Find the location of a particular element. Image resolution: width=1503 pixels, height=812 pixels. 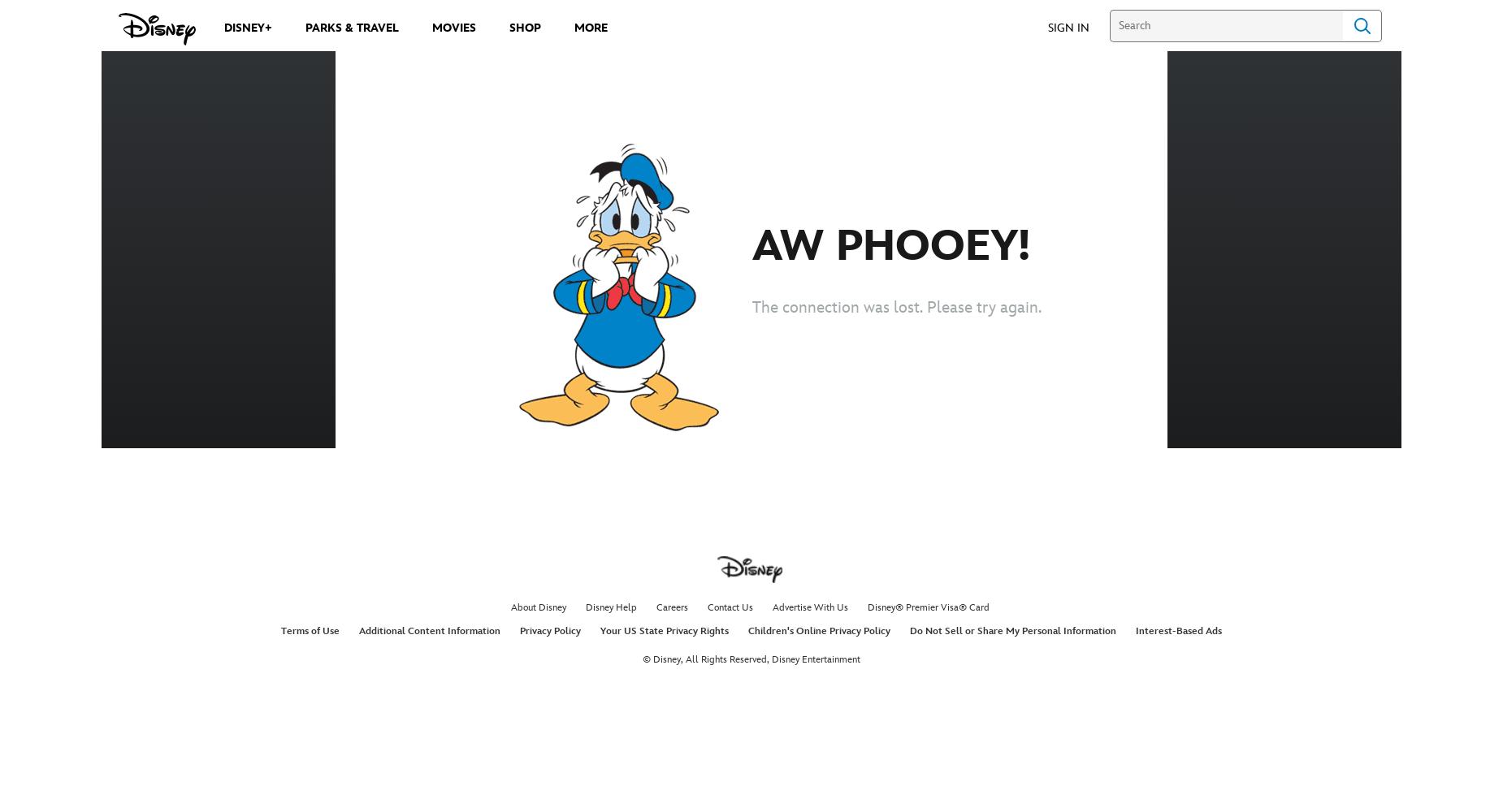

'Disney® Premier Visa® Card' is located at coordinates (927, 607).